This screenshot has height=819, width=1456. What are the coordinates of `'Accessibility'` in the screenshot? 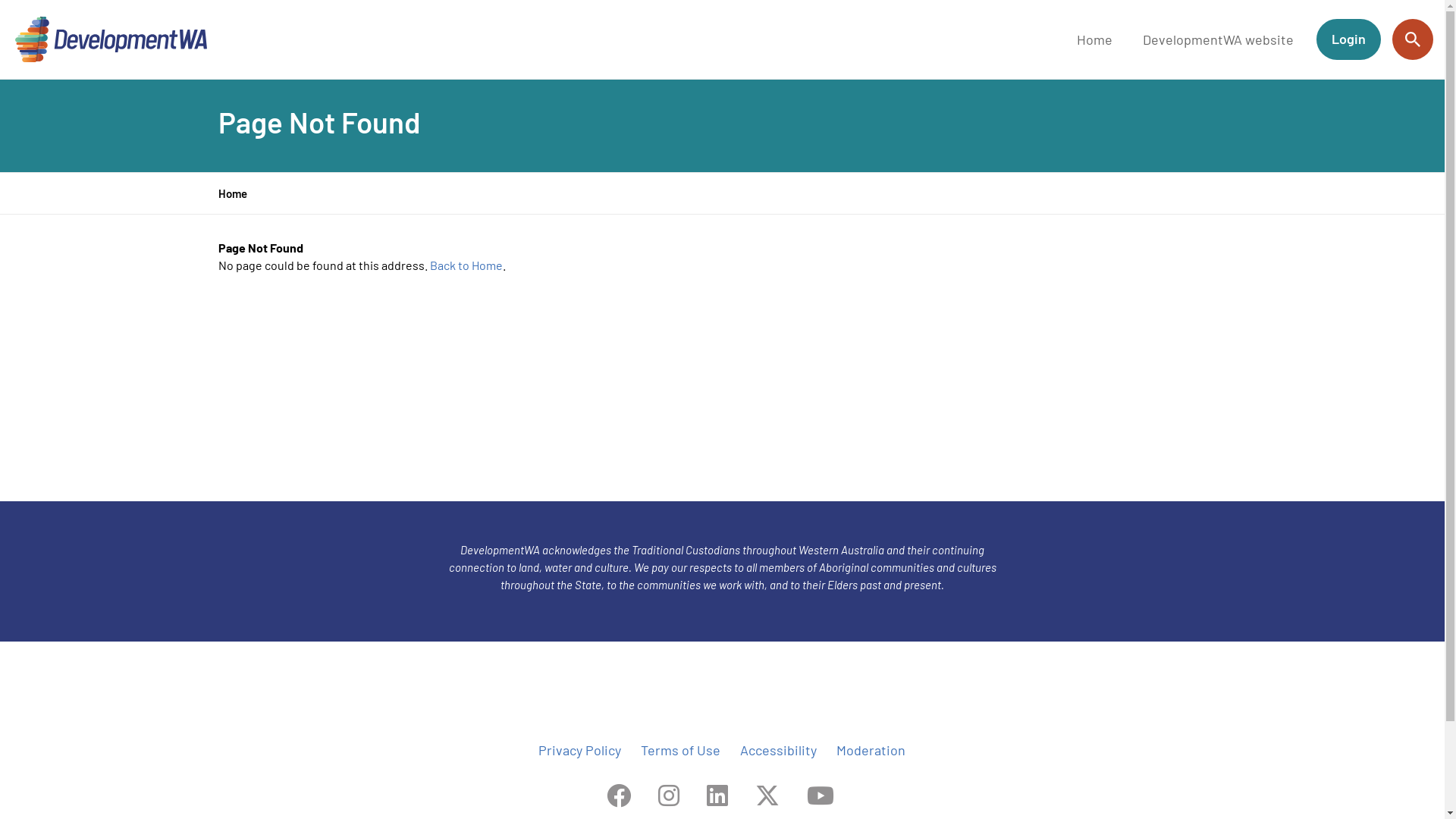 It's located at (778, 749).